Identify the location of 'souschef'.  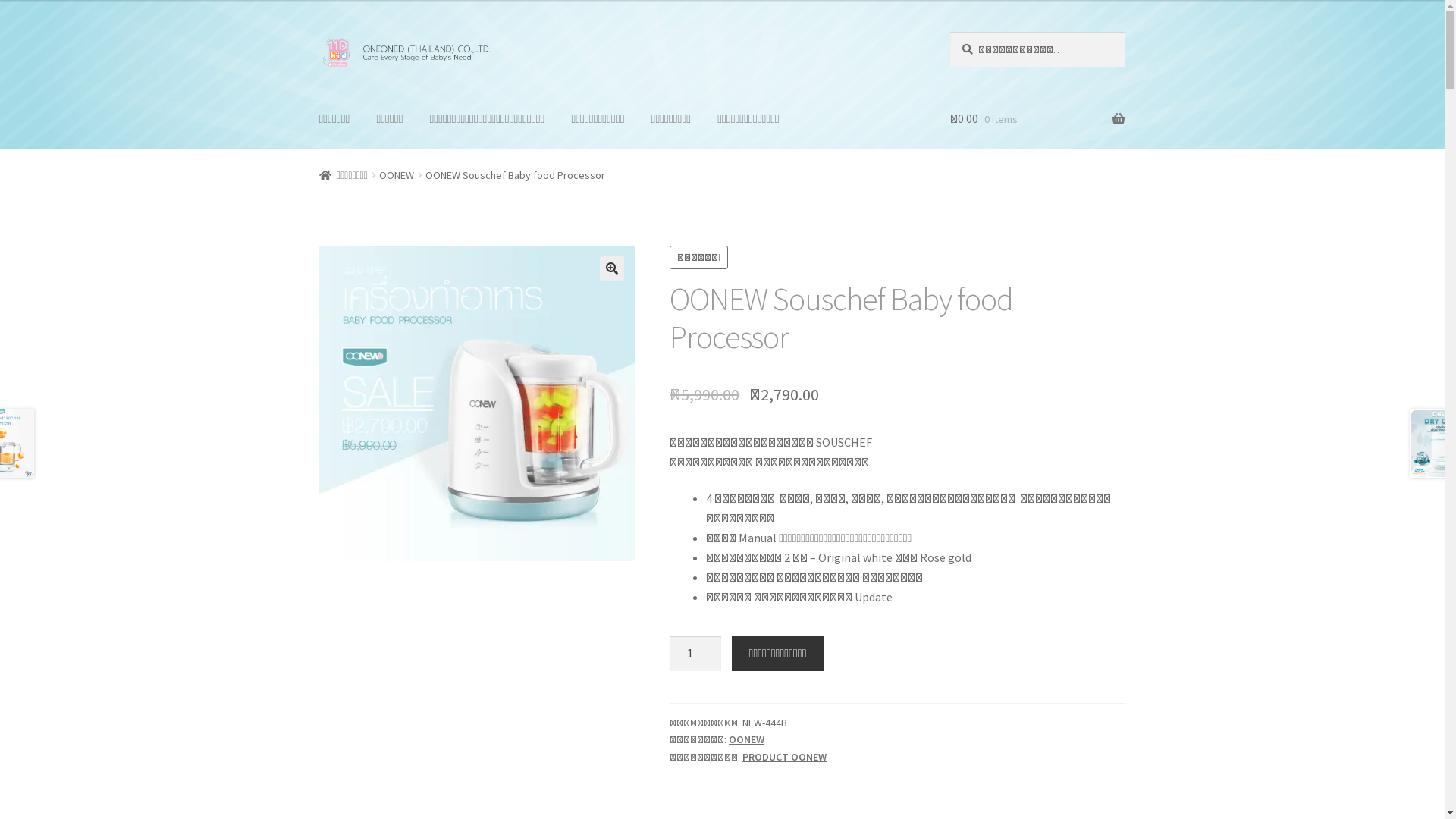
(475, 403).